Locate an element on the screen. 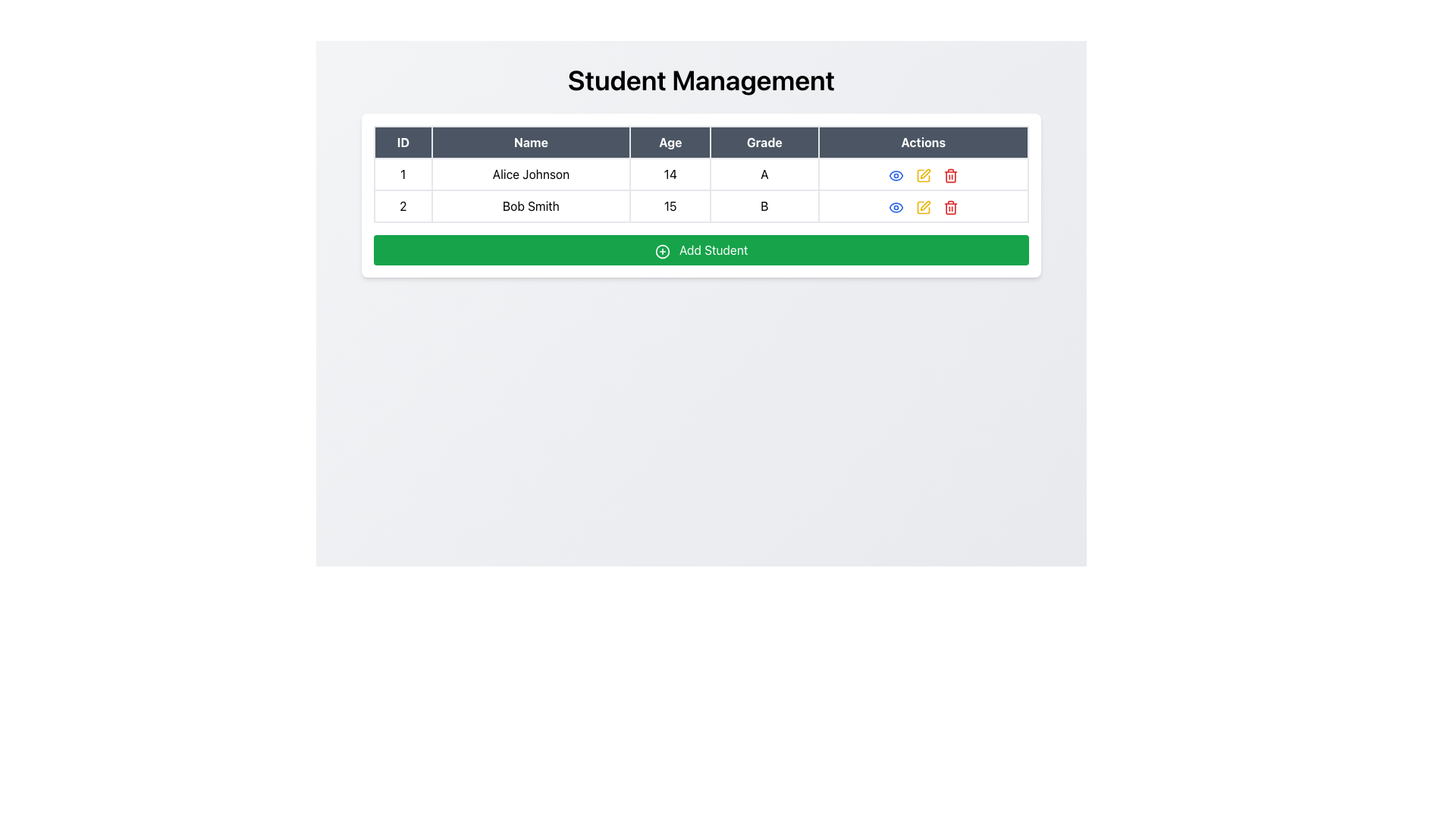  the Table Header element labeled 'Grade', which has a dark gray background and white text, located in the top-center of the interface is located at coordinates (764, 143).